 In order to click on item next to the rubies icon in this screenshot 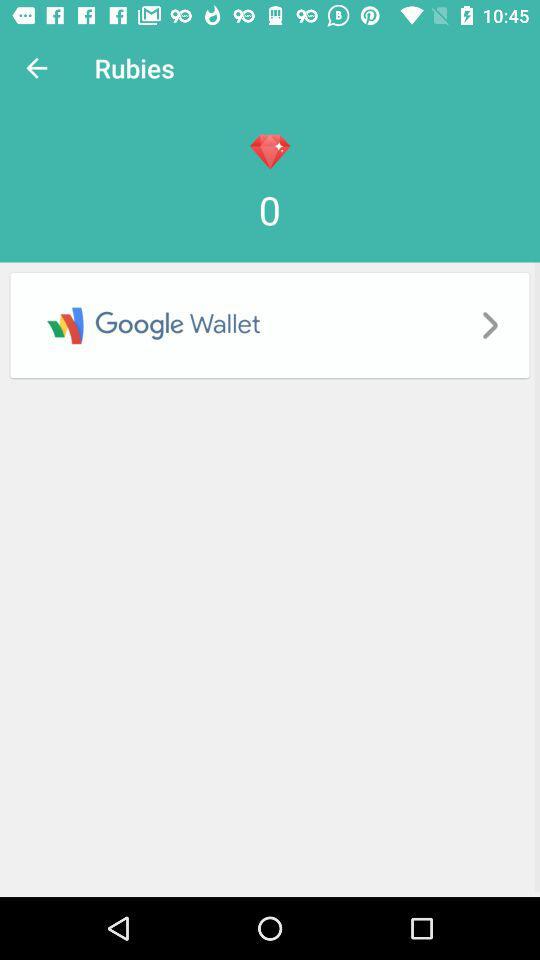, I will do `click(36, 68)`.